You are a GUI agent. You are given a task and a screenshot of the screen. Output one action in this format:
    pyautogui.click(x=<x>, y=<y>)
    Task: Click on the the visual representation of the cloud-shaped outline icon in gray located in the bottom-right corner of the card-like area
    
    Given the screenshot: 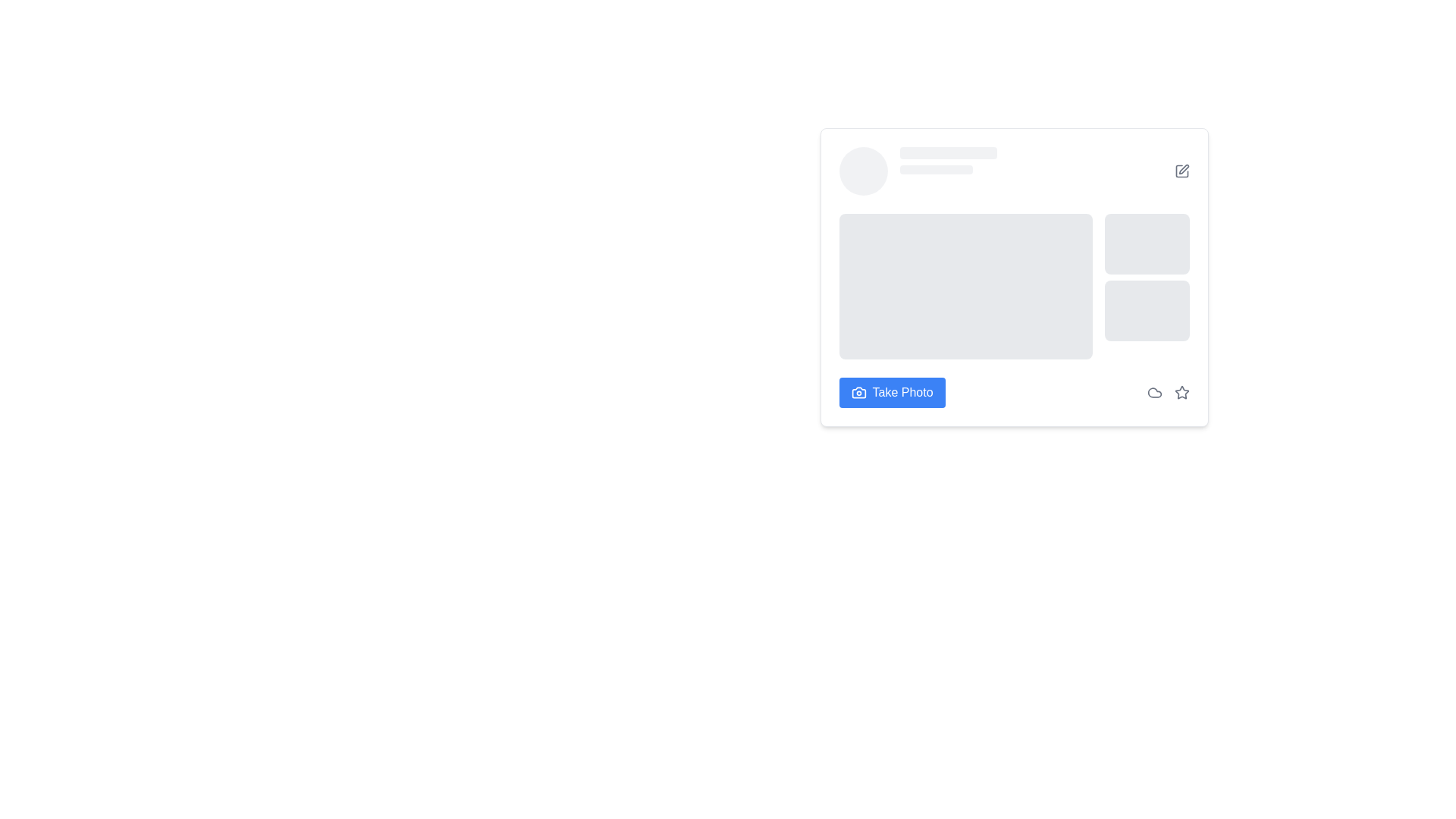 What is the action you would take?
    pyautogui.click(x=1153, y=391)
    